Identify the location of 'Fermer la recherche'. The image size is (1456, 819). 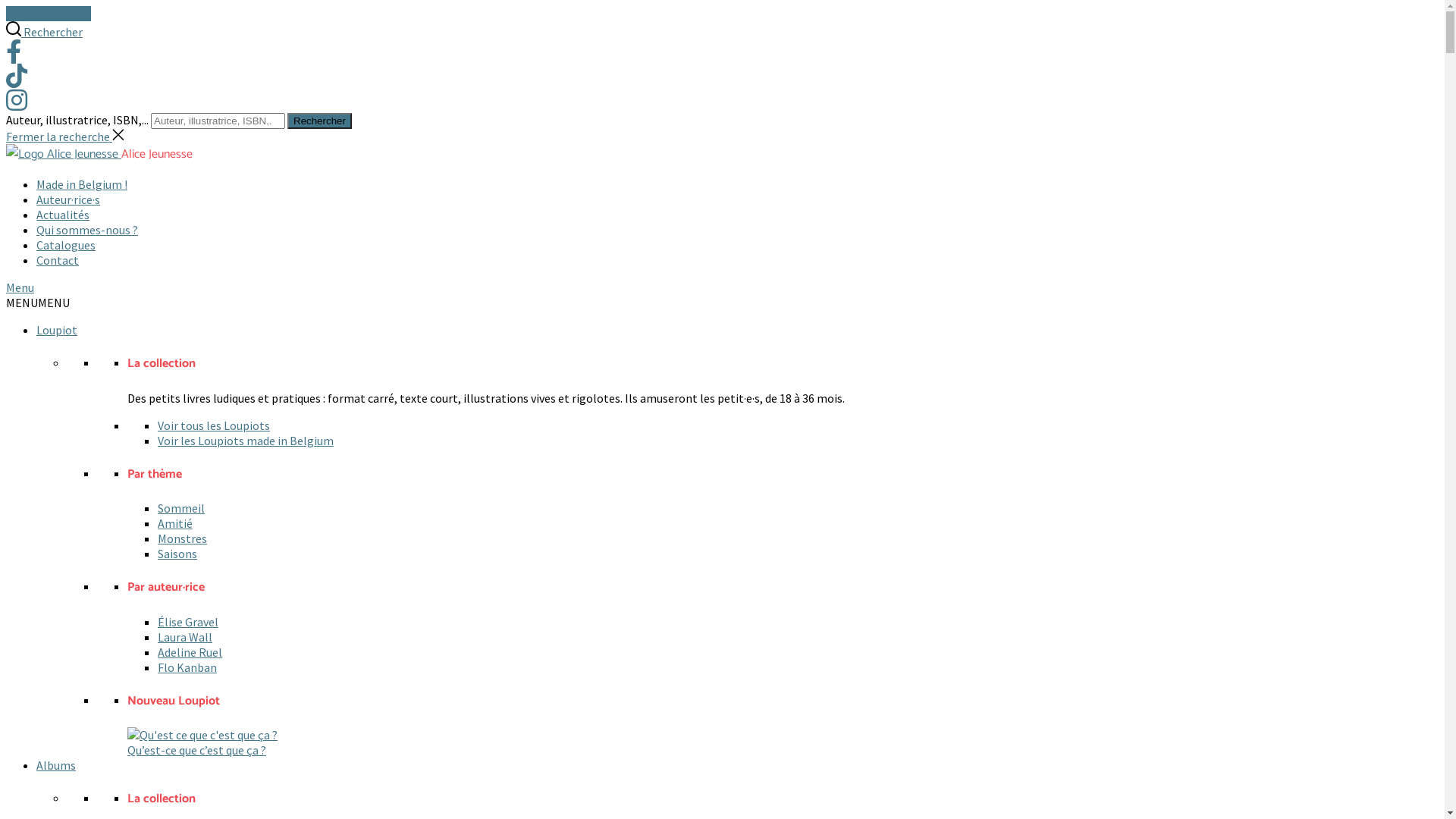
(64, 136).